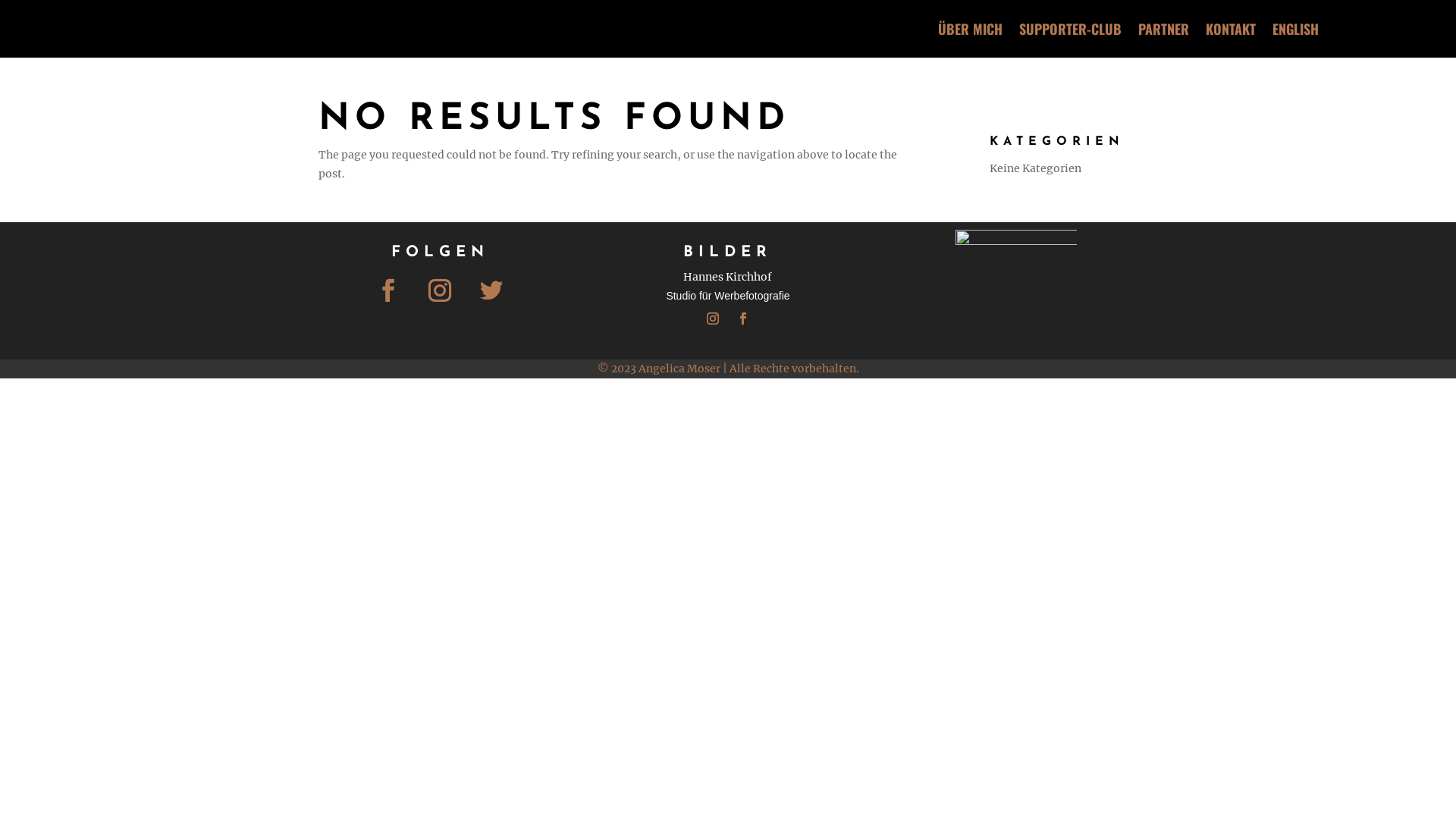 The image size is (1456, 819). What do you see at coordinates (1294, 29) in the screenshot?
I see `'ENGLISH'` at bounding box center [1294, 29].